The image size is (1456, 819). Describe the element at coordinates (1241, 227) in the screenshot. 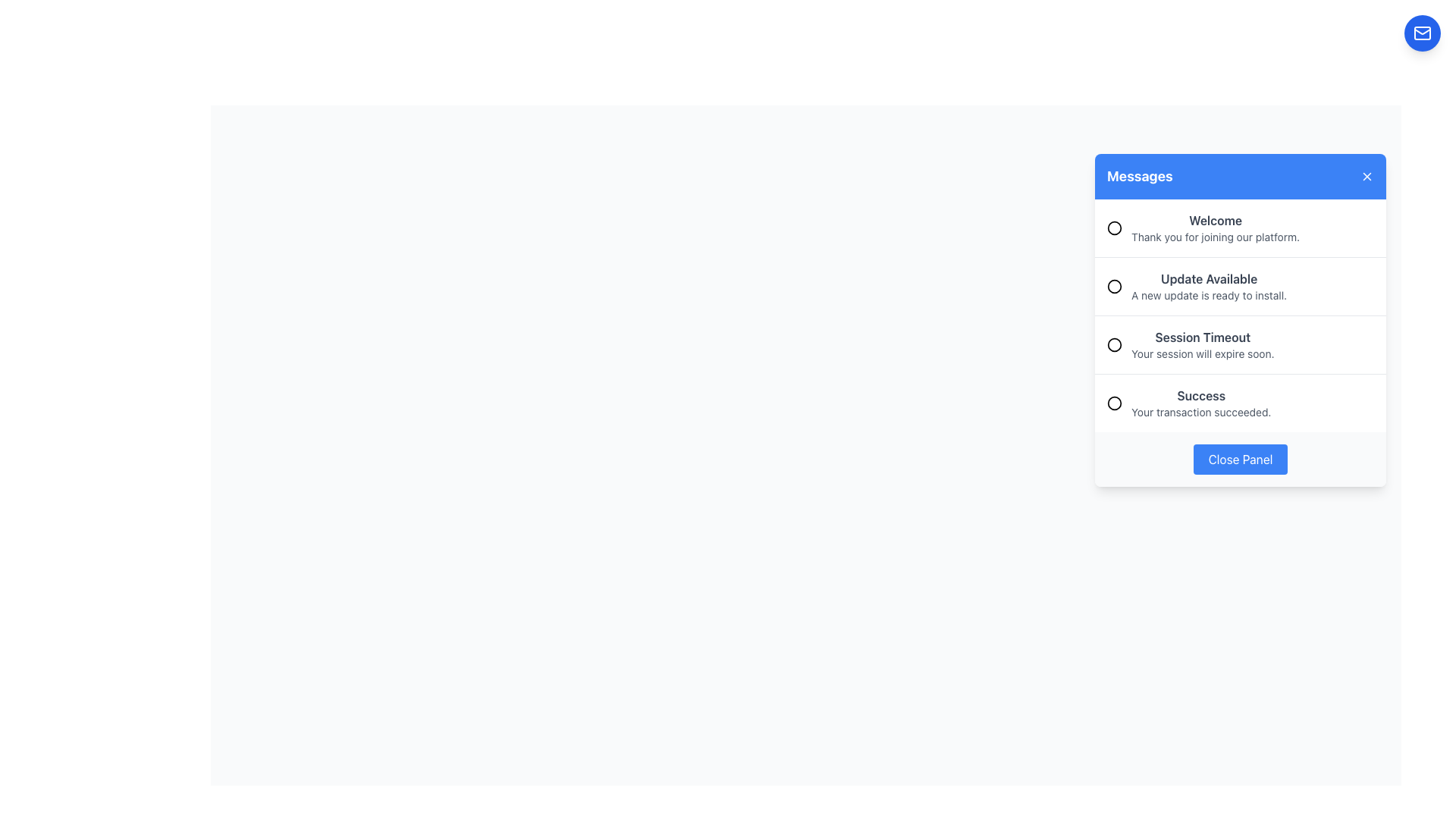

I see `the Notification item titled 'Welcome' which is the first item in the 'Messages' panel` at that location.